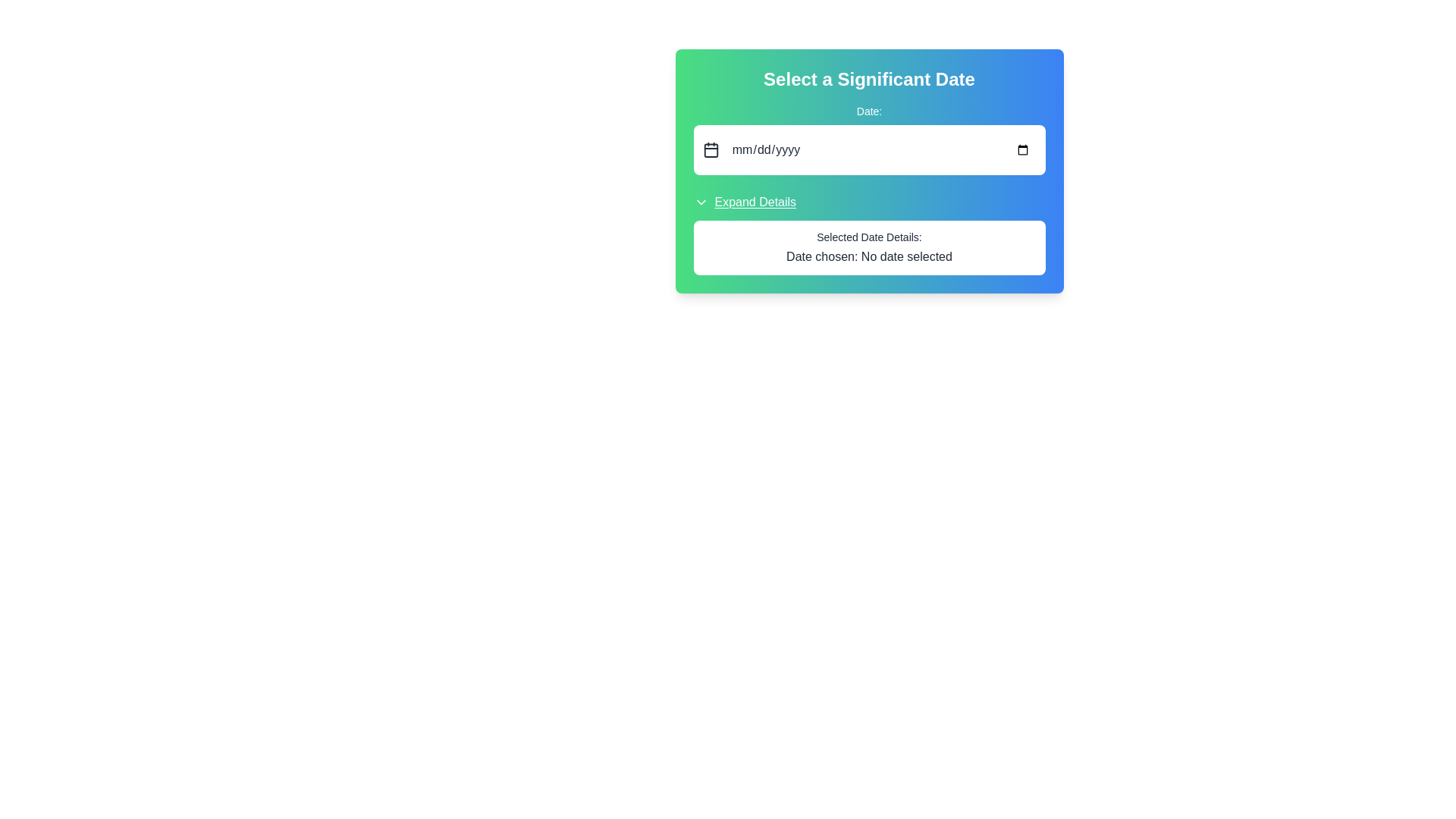 The width and height of the screenshot is (1456, 819). What do you see at coordinates (700, 201) in the screenshot?
I see `the chevron icon located to the left of the 'Expand Details' text` at bounding box center [700, 201].